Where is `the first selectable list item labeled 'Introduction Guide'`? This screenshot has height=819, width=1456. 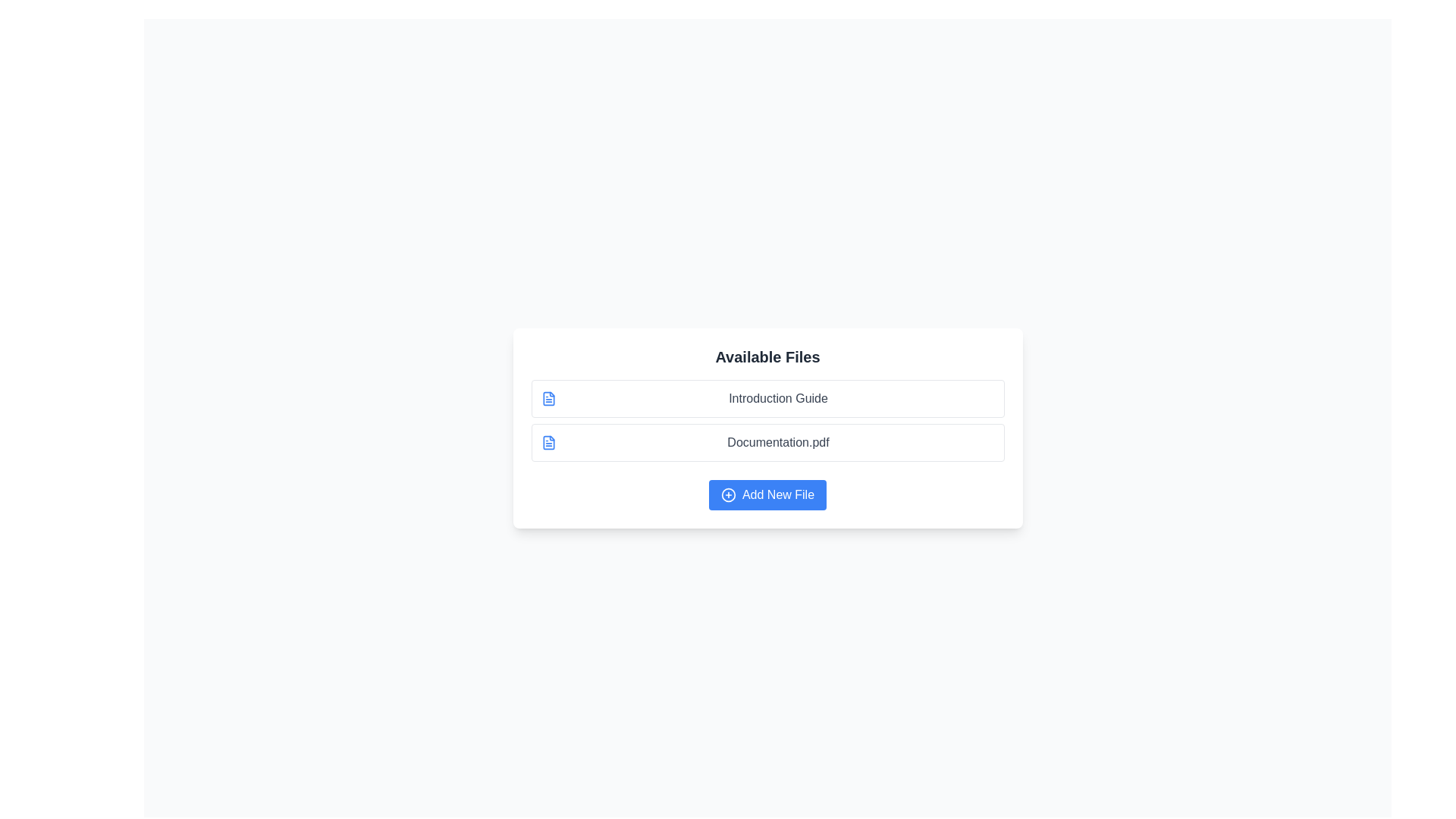
the first selectable list item labeled 'Introduction Guide' is located at coordinates (767, 397).